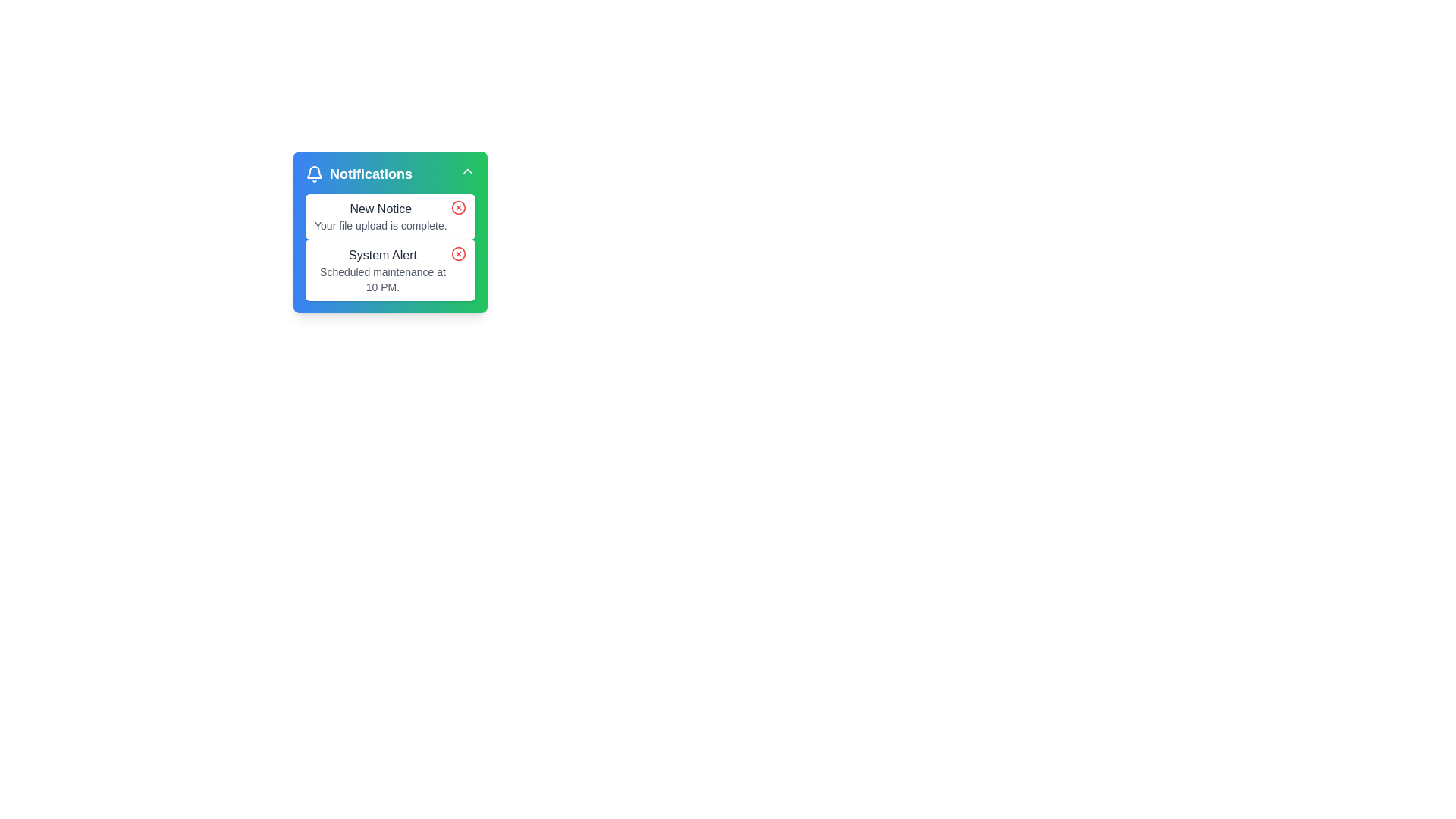  Describe the element at coordinates (382, 254) in the screenshot. I see `the 'System Alert' text label, which is displayed in bold dark gray font above the smaller text line regarding scheduled maintenance, located within the second item of a notification card` at that location.